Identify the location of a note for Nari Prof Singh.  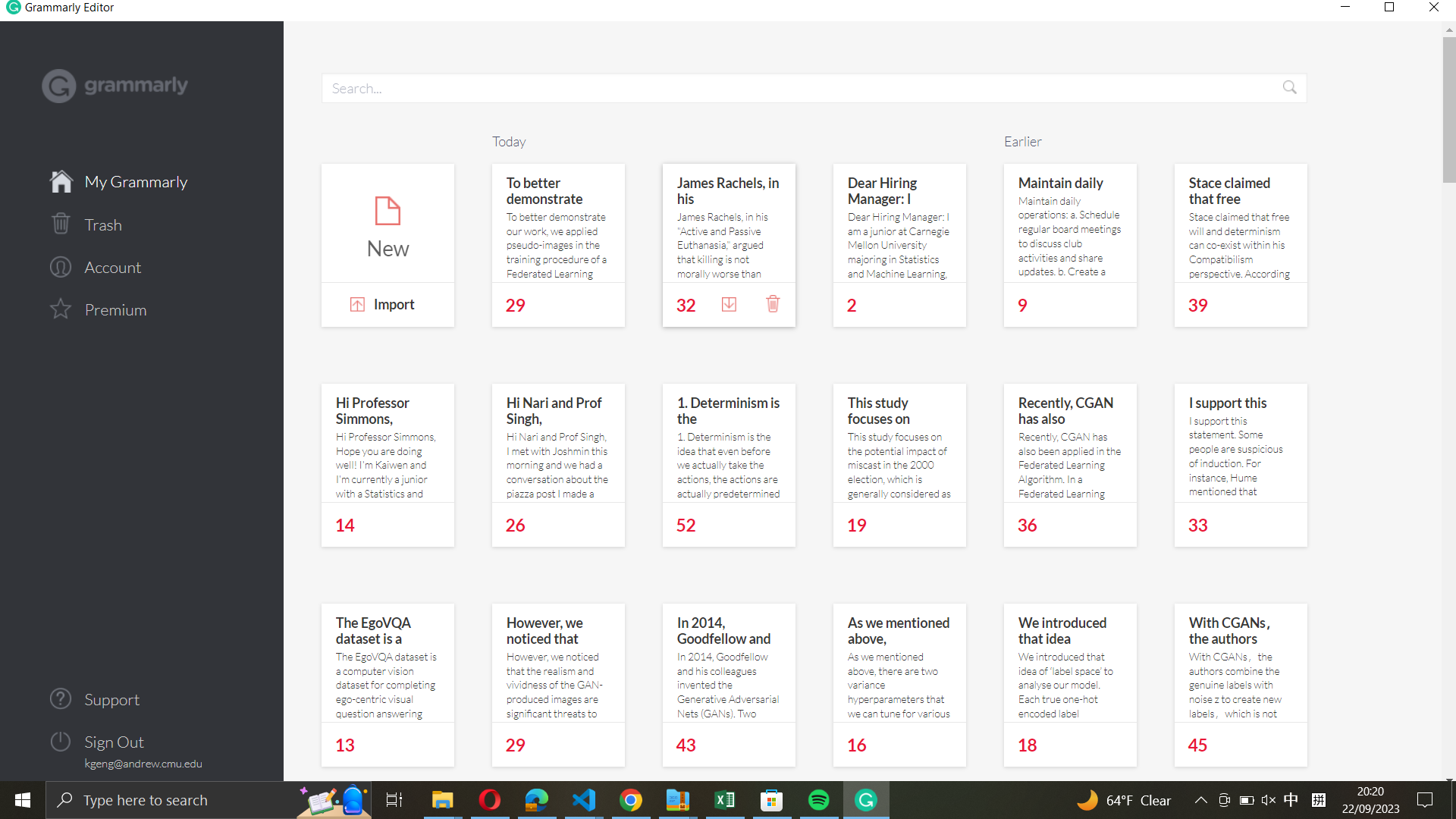
(557, 442).